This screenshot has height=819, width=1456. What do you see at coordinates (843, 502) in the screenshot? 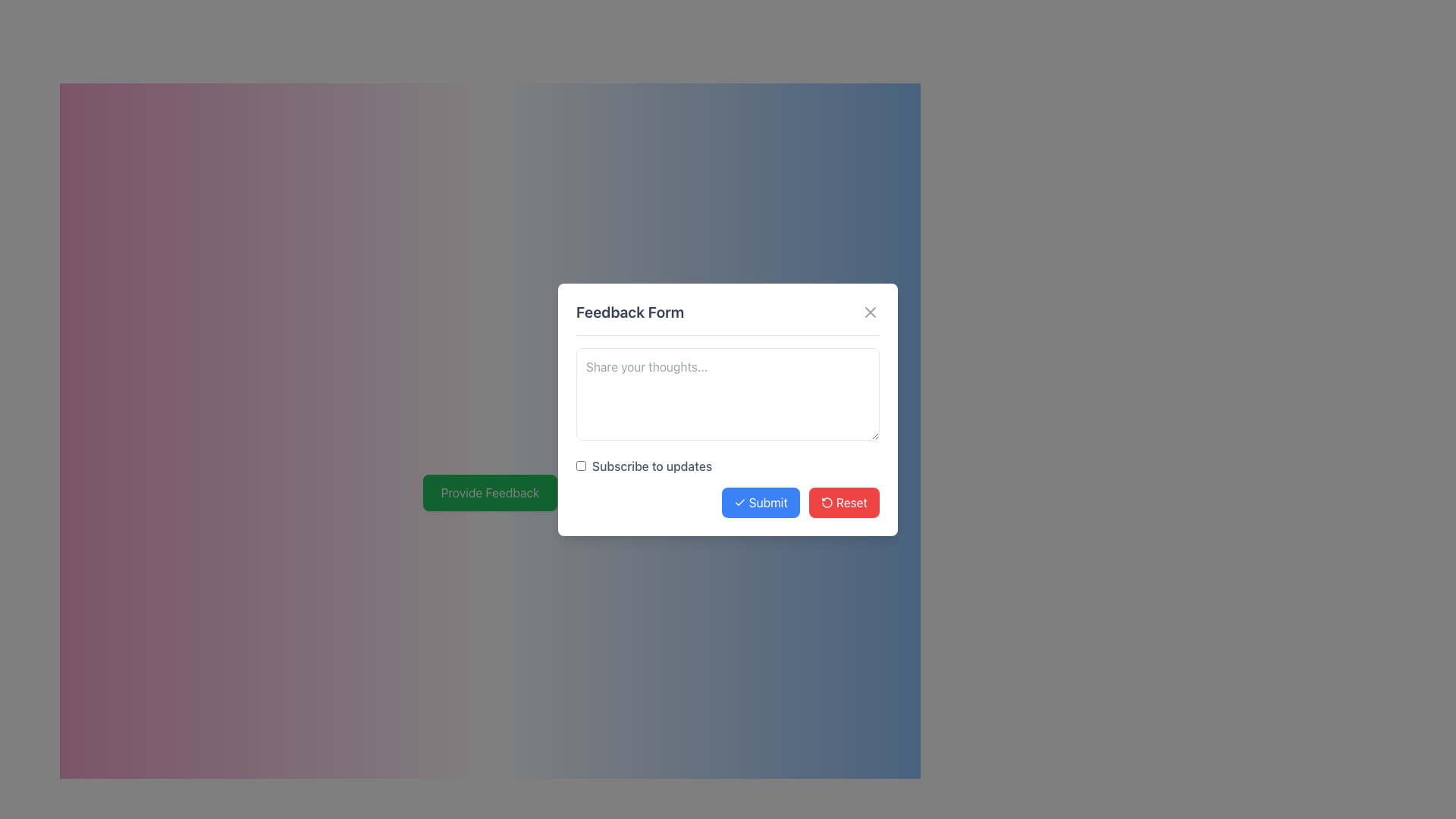
I see `the 'Reset' button, which has a red background and white text with a counter-clockwise arrow icon, located on the right side of the 'Submit' button at the bottom of the modal dialog` at bounding box center [843, 502].